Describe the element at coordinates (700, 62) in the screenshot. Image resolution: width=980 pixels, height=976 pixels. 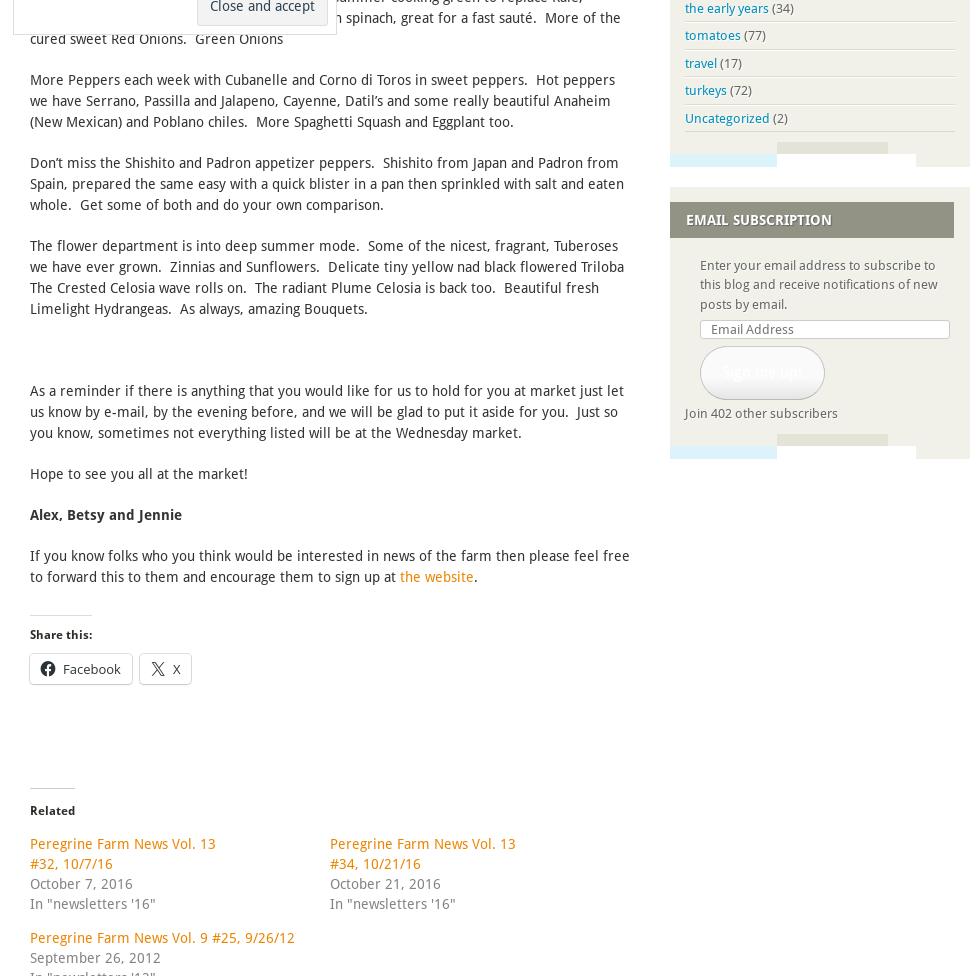
I see `'travel'` at that location.